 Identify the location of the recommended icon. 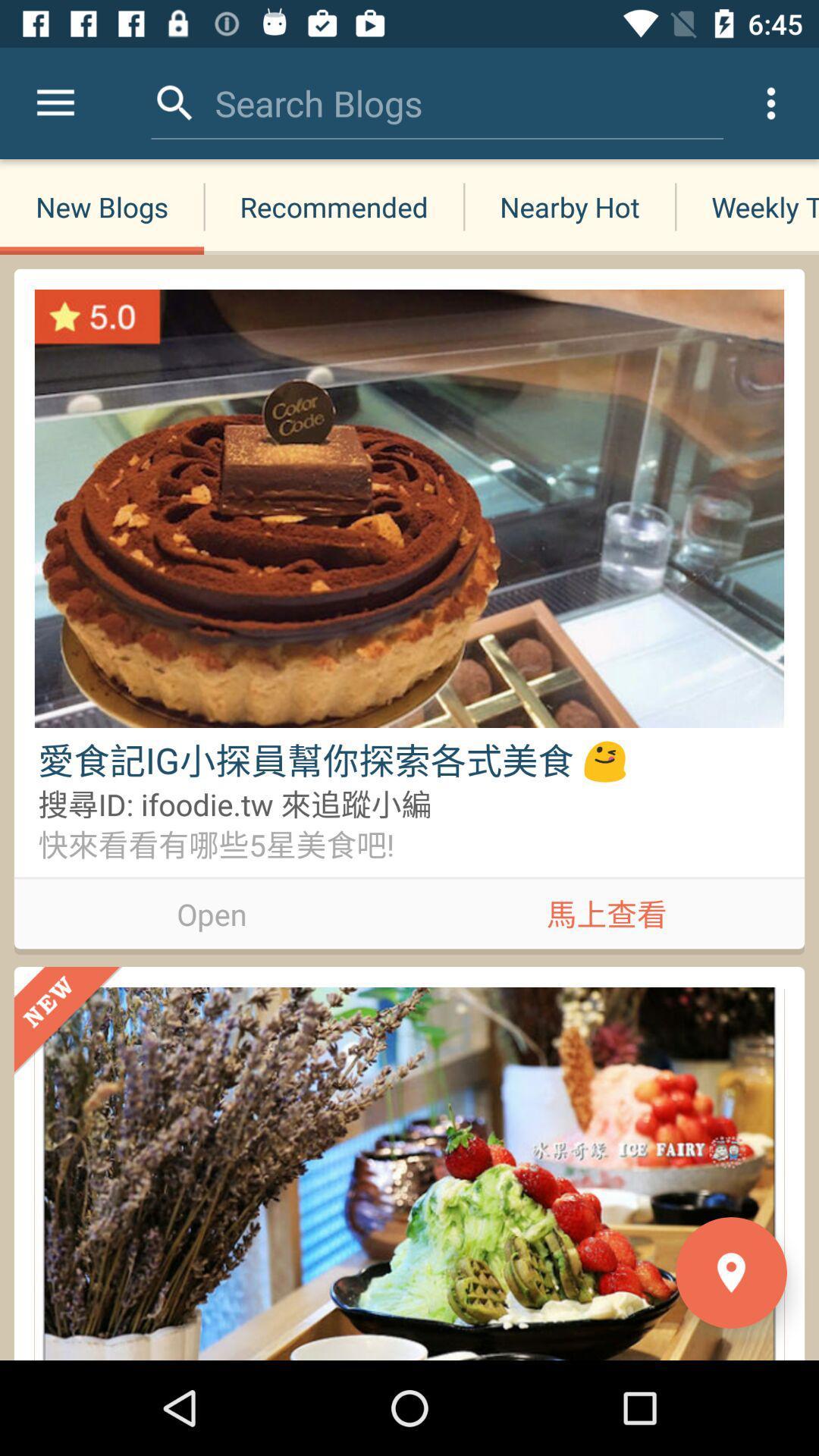
(333, 206).